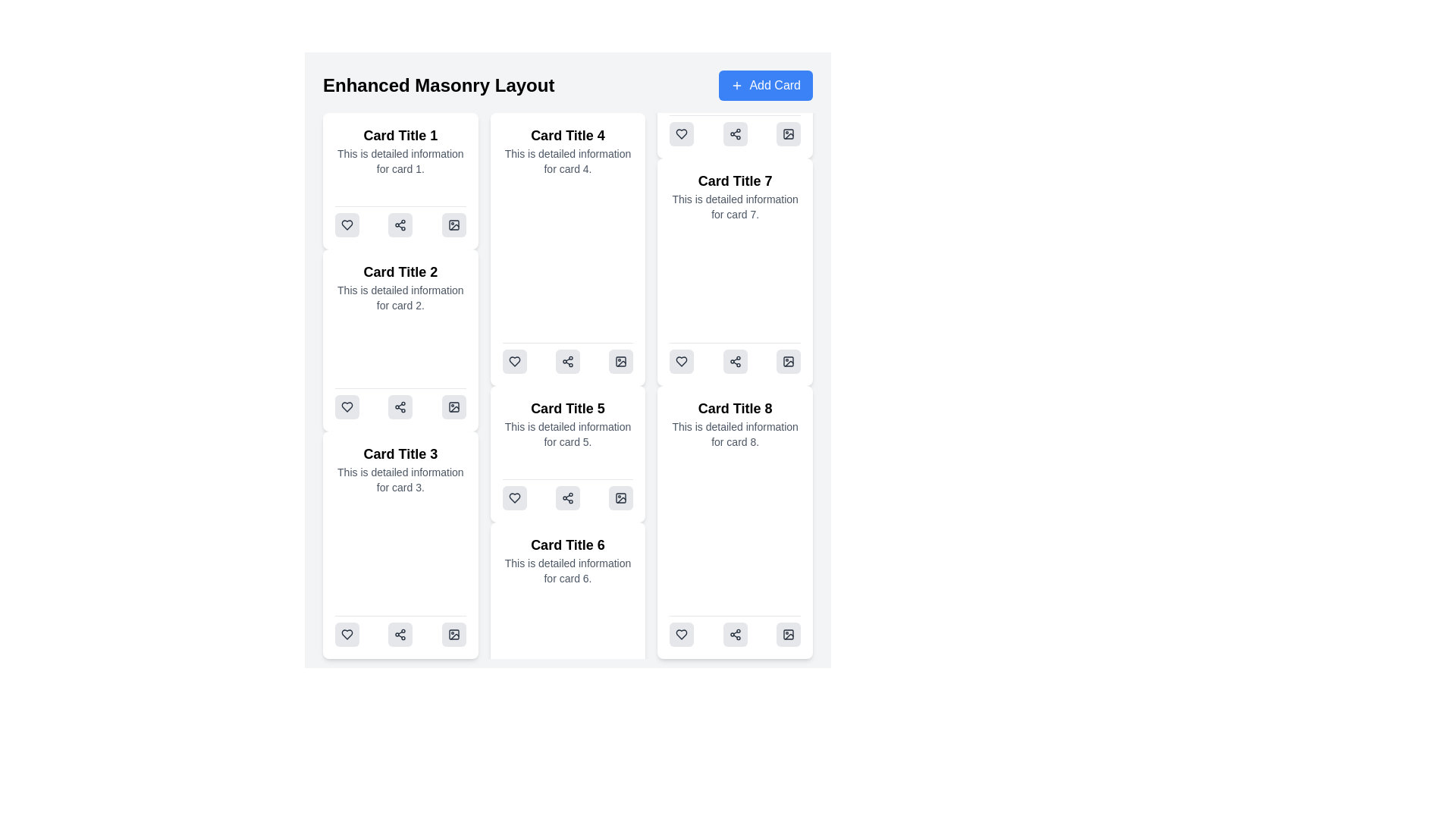 The height and width of the screenshot is (819, 1456). What do you see at coordinates (735, 195) in the screenshot?
I see `text displayed in the card titled 'Card Title 7', which contains the heading 'Card Title 7' and the descriptive text 'This is detailed information for card 7.'` at bounding box center [735, 195].